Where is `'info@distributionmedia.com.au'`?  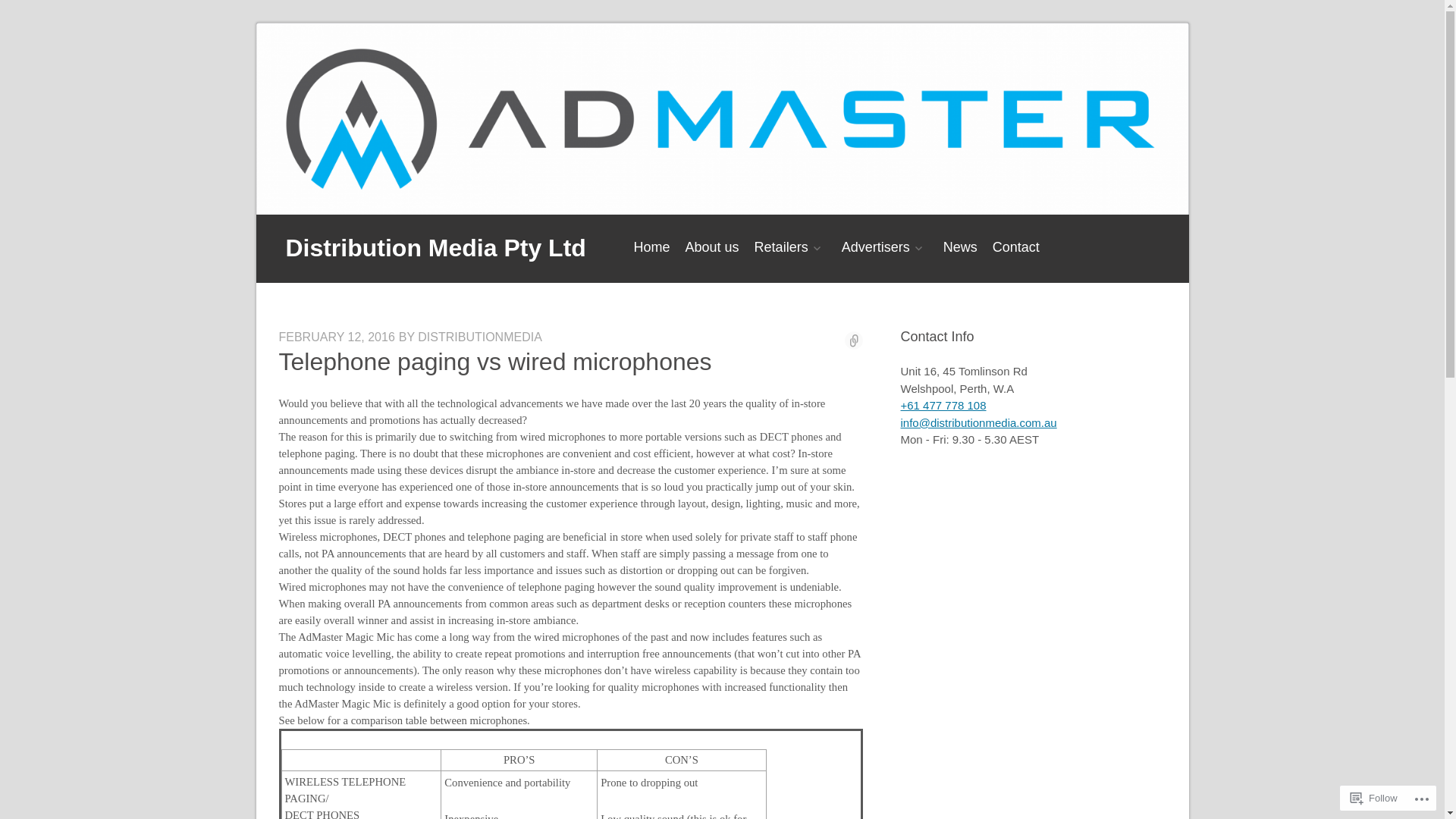
'info@distributionmedia.com.au' is located at coordinates (979, 422).